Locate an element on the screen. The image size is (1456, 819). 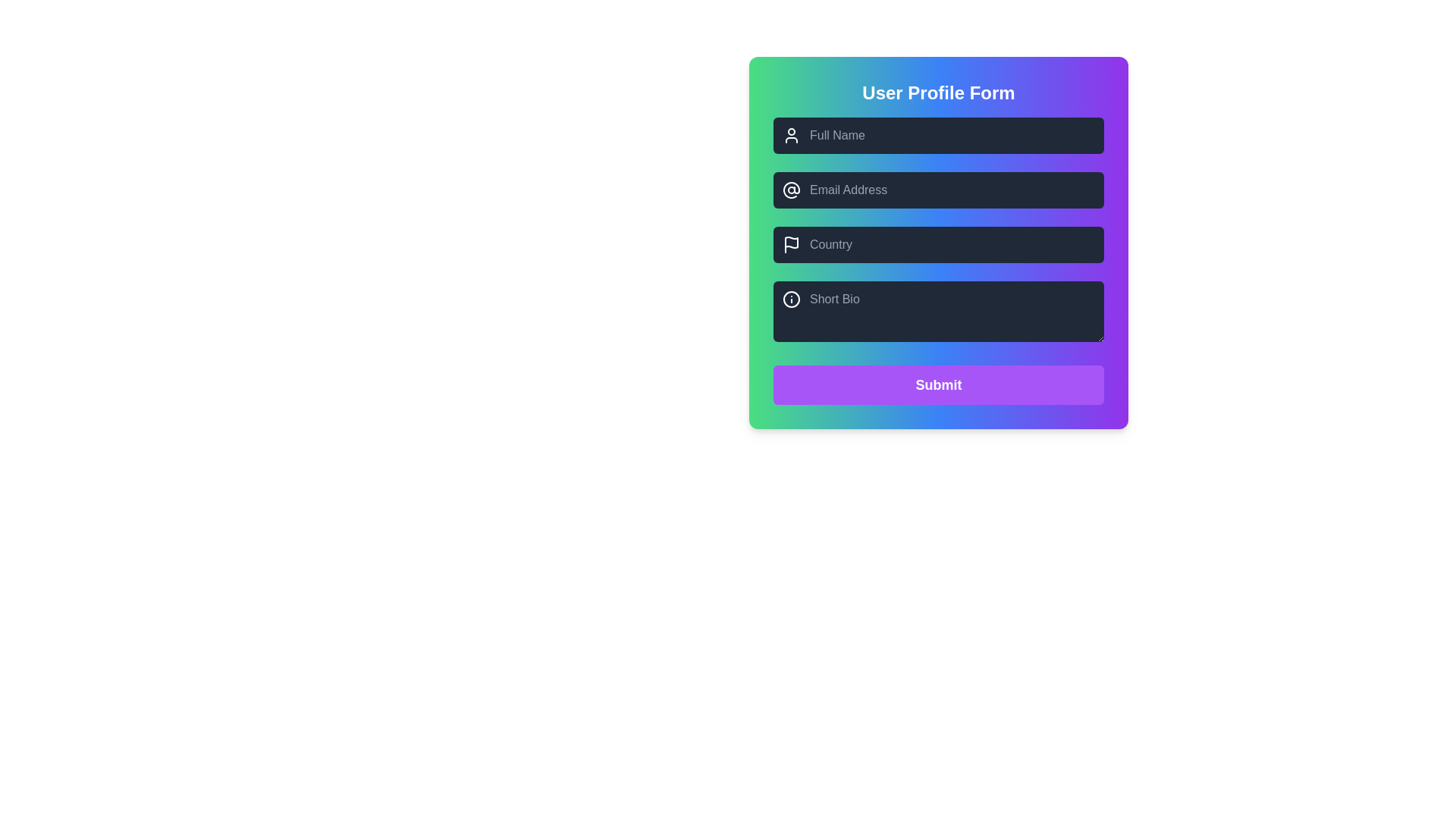
the small white flag icon located to the left of the 'Country' input field in the user profile form is located at coordinates (790, 244).